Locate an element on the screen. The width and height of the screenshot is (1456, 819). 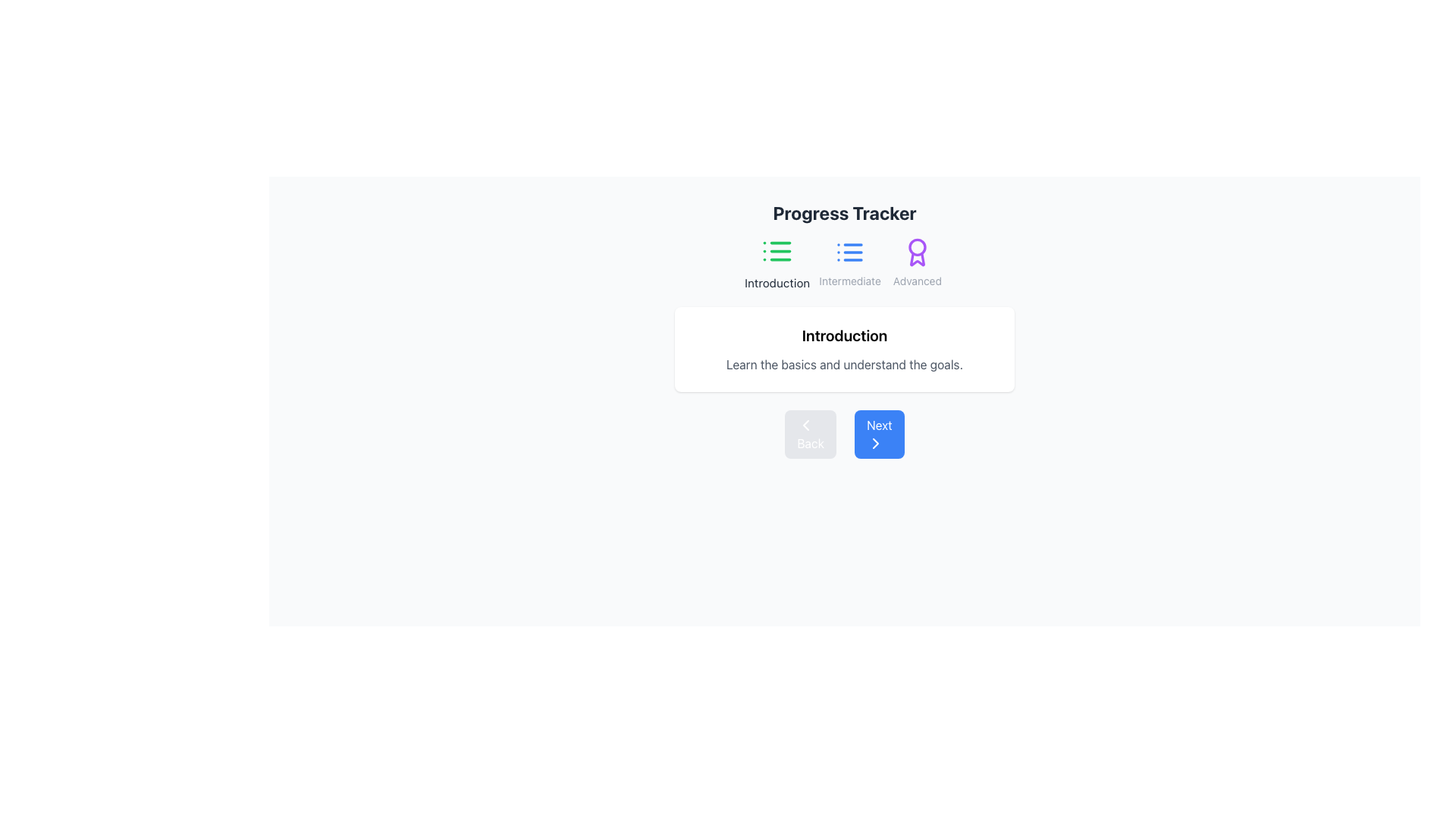
the circular decorative element at the top of the award ribbon icon, which is styled in purple and white is located at coordinates (916, 246).